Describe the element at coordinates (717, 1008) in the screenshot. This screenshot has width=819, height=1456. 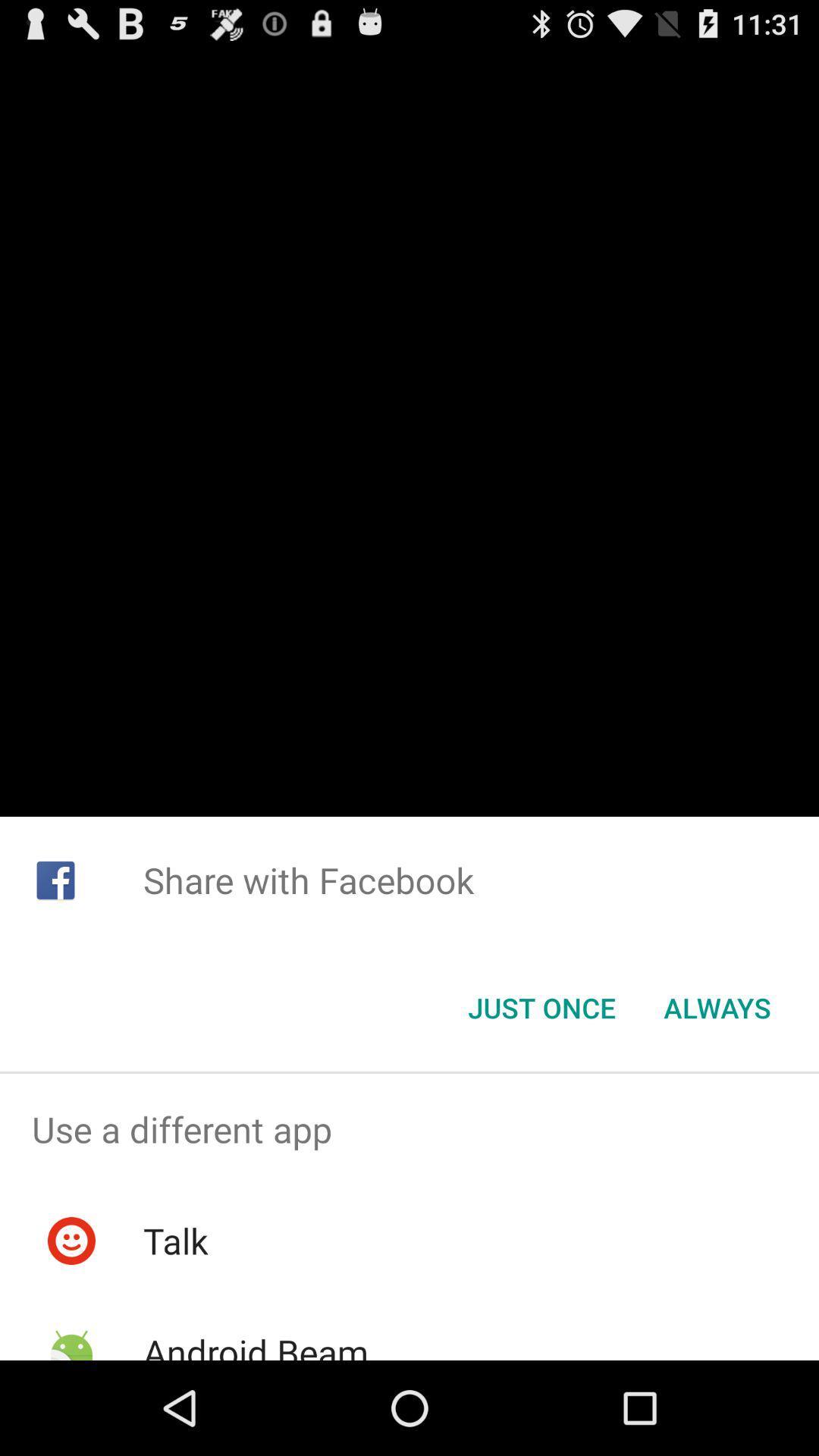
I see `item to the right of just once icon` at that location.